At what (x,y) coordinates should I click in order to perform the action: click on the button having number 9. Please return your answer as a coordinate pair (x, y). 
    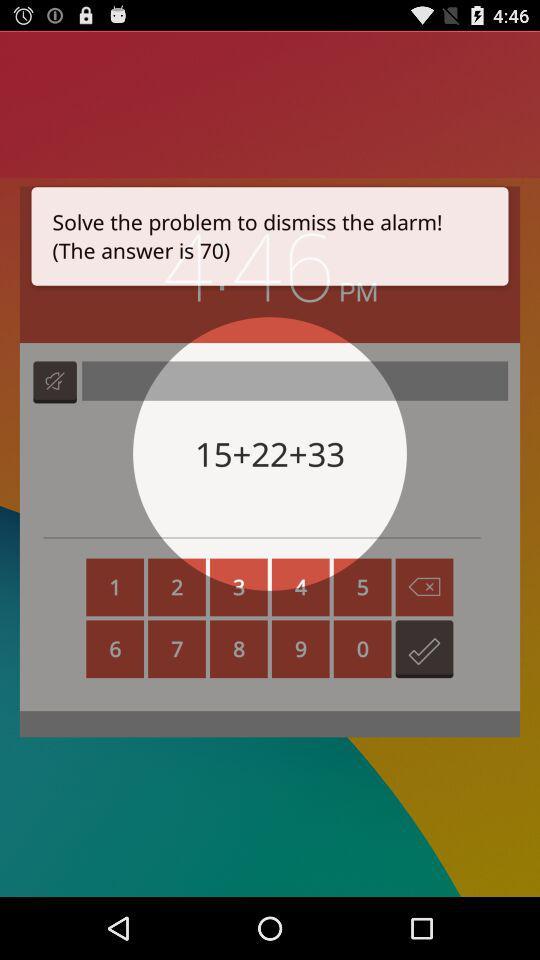
    Looking at the image, I should click on (299, 647).